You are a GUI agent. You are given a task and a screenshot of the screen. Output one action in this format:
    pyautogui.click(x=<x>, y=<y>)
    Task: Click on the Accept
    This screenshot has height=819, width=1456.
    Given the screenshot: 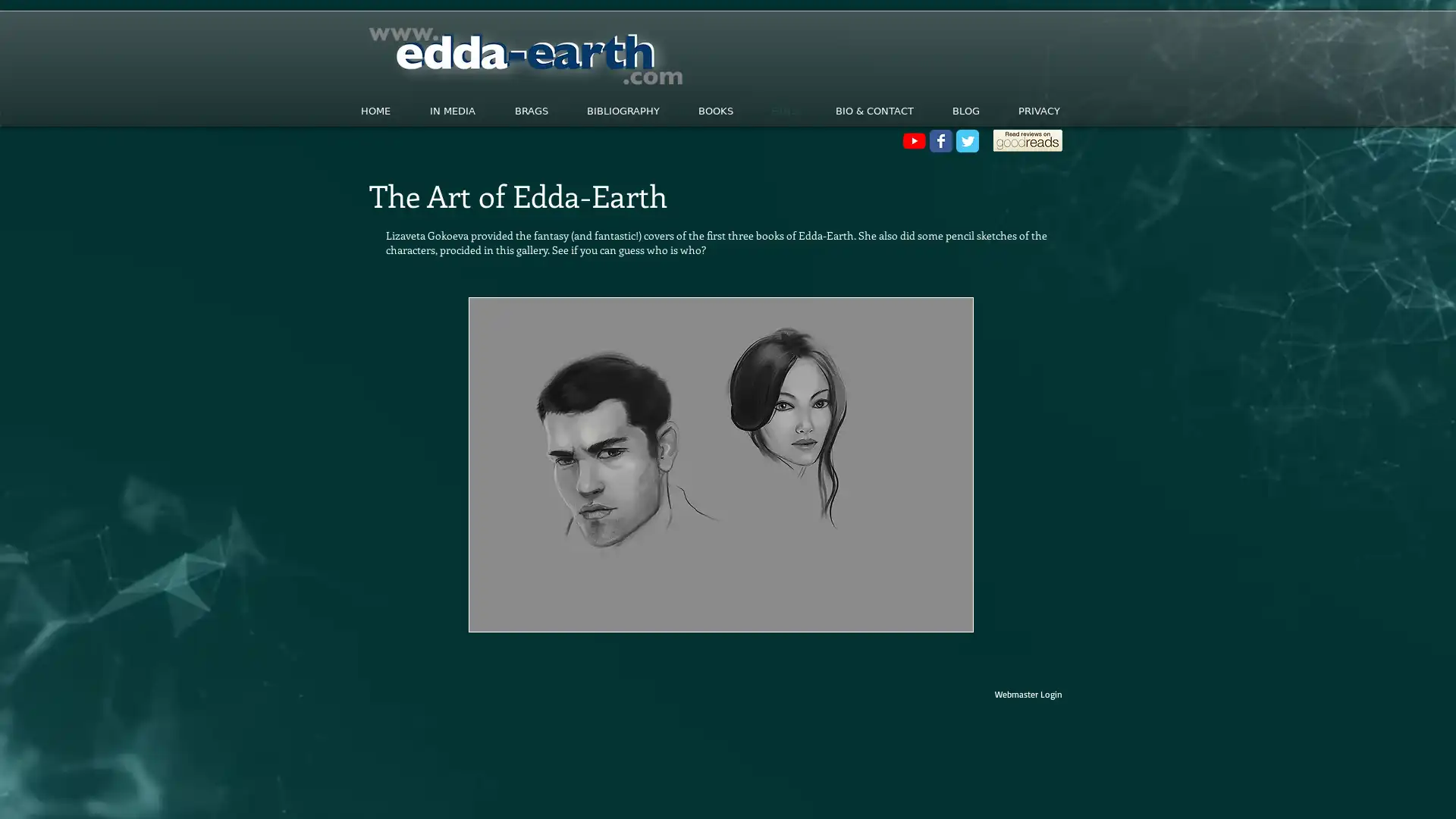 What is the action you would take?
    pyautogui.click(x=1388, y=792)
    